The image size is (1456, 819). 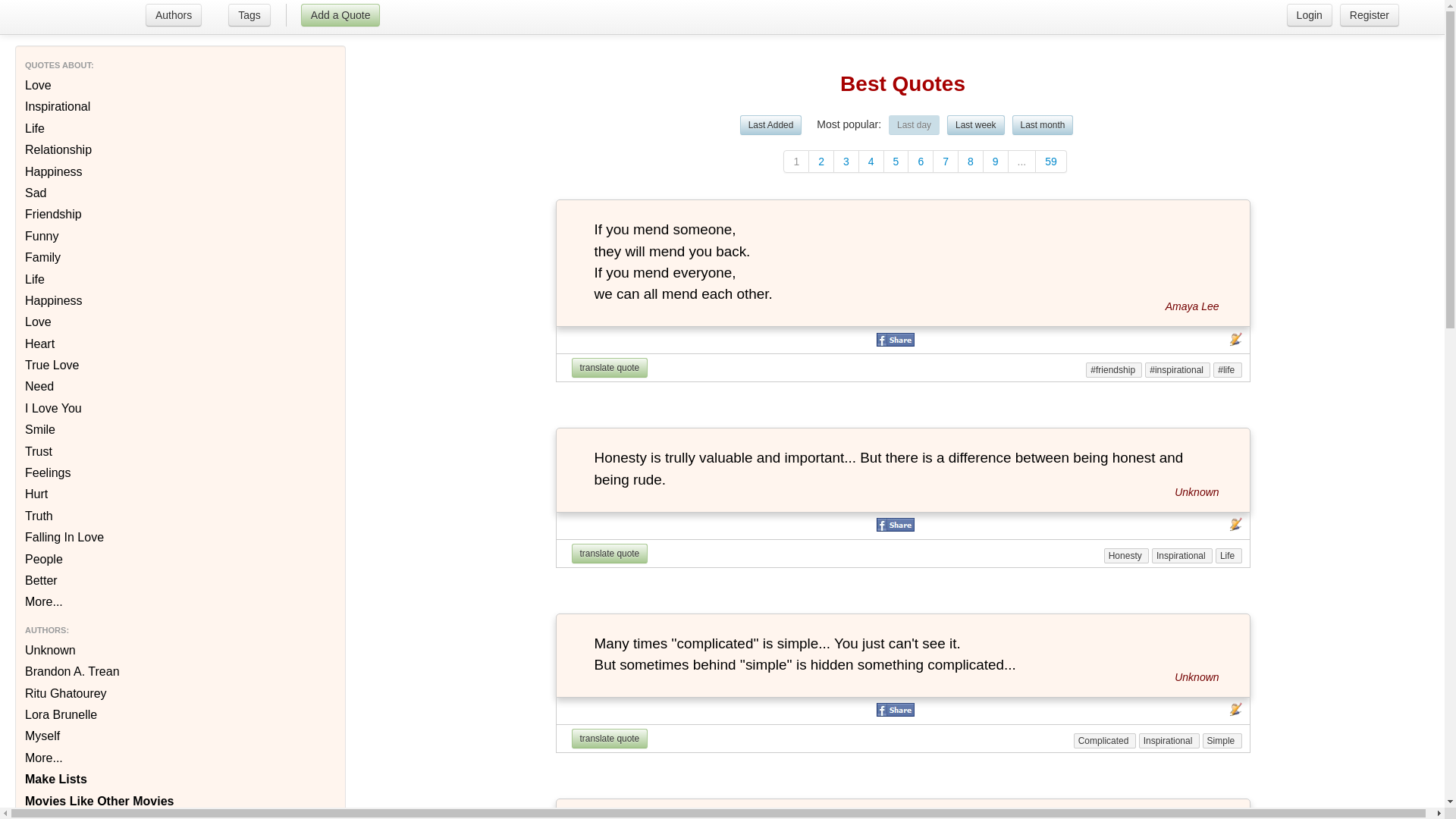 What do you see at coordinates (846, 161) in the screenshot?
I see `'3'` at bounding box center [846, 161].